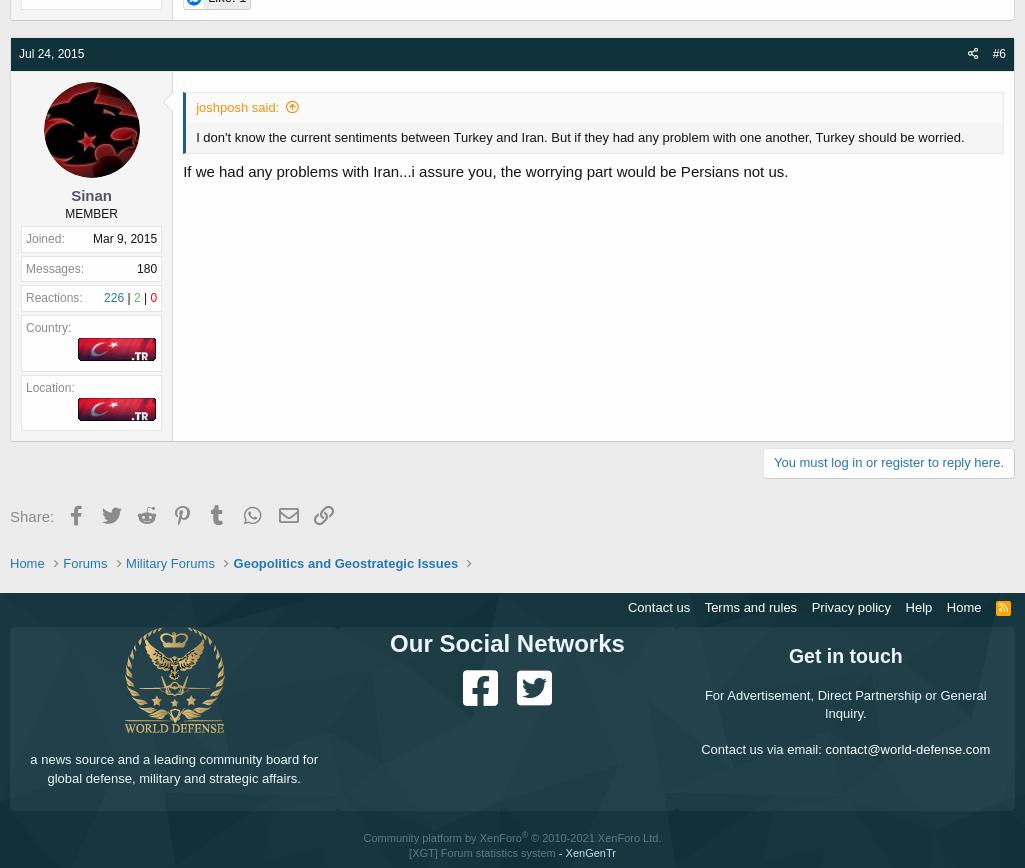 The height and width of the screenshot is (868, 1025). I want to click on 'Our Social Networks', so click(506, 643).